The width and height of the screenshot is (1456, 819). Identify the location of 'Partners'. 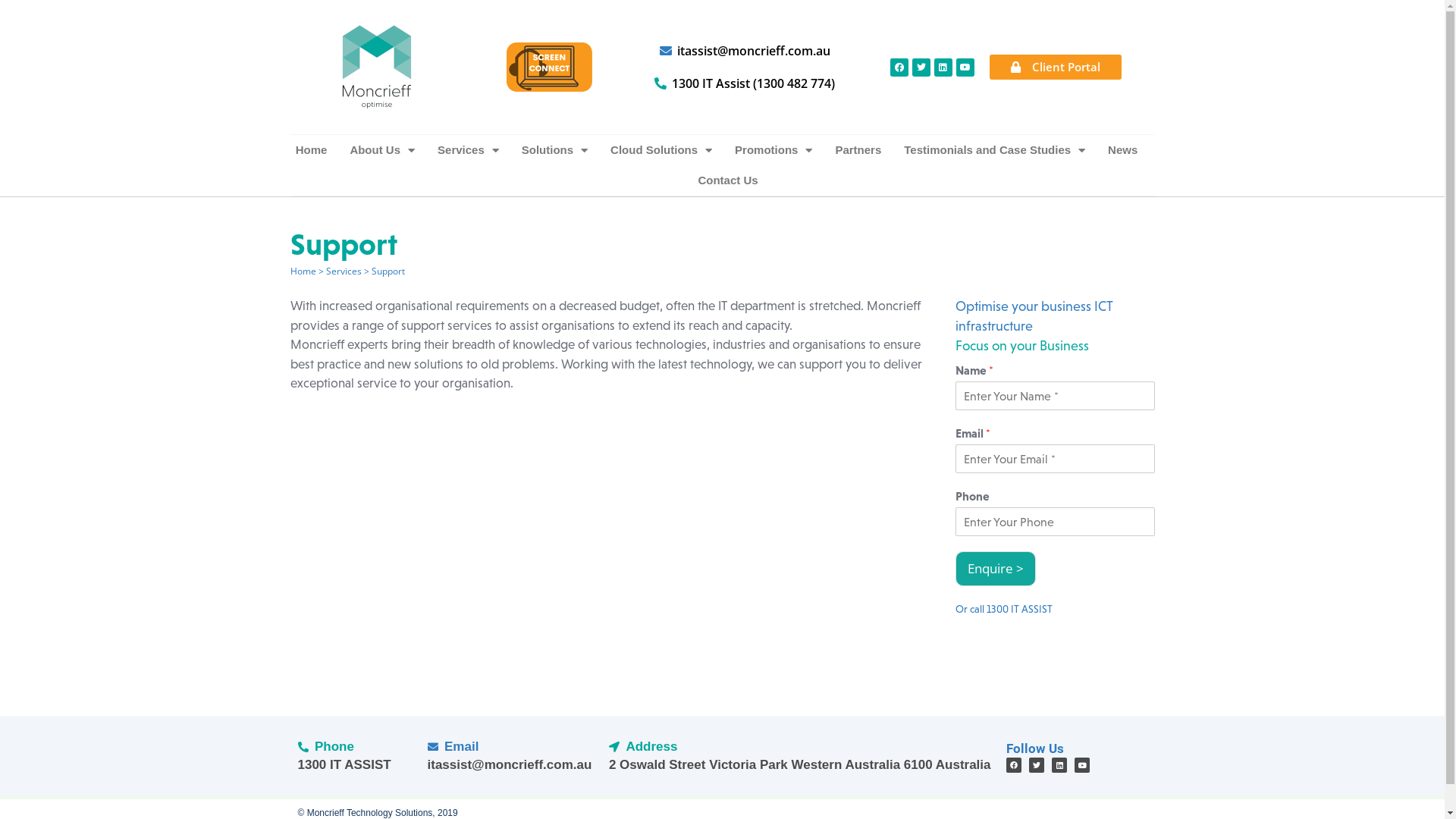
(833, 149).